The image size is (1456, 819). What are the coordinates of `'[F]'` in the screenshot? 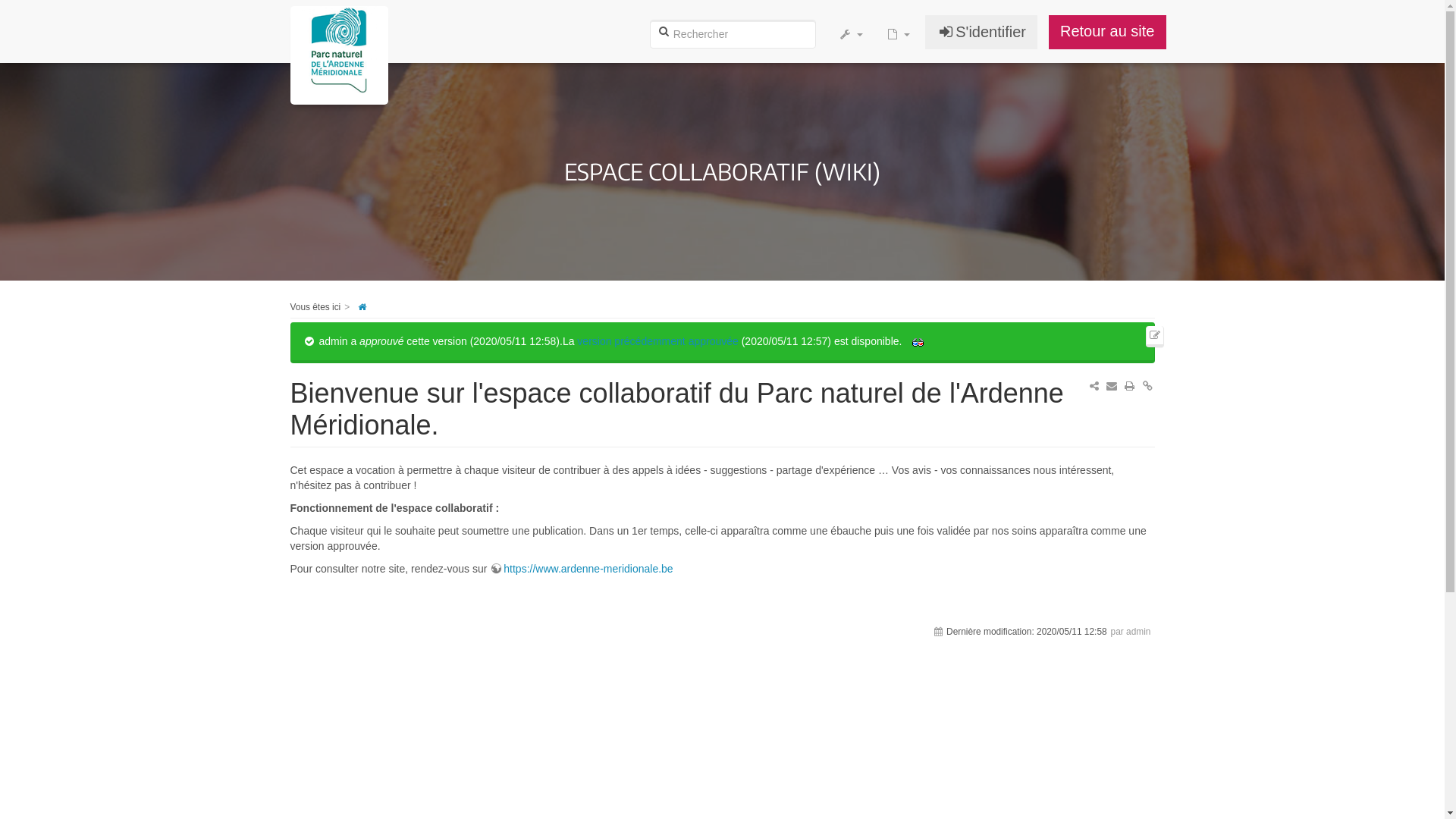 It's located at (733, 34).